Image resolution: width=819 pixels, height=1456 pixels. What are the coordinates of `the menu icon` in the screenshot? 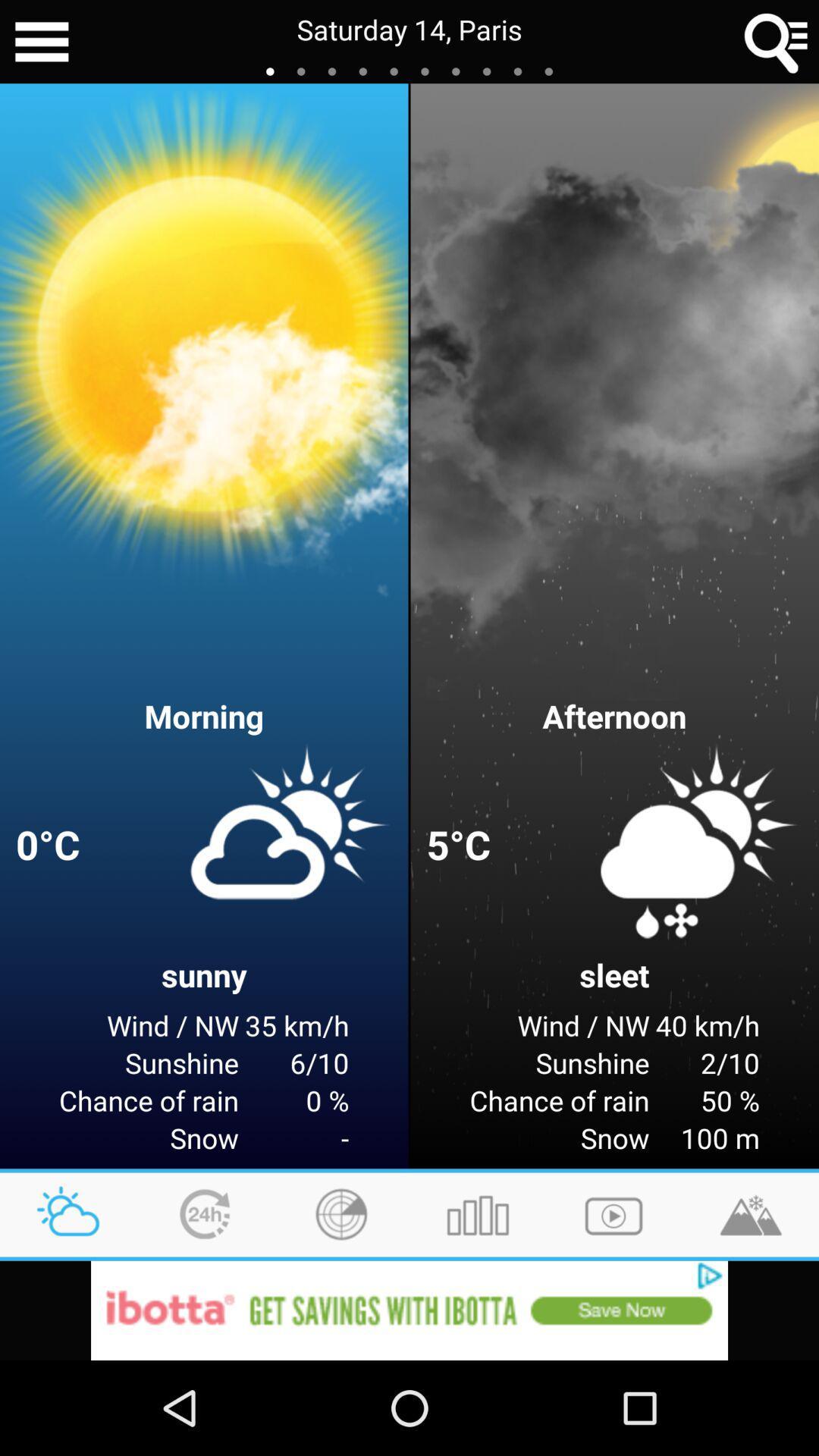 It's located at (41, 44).